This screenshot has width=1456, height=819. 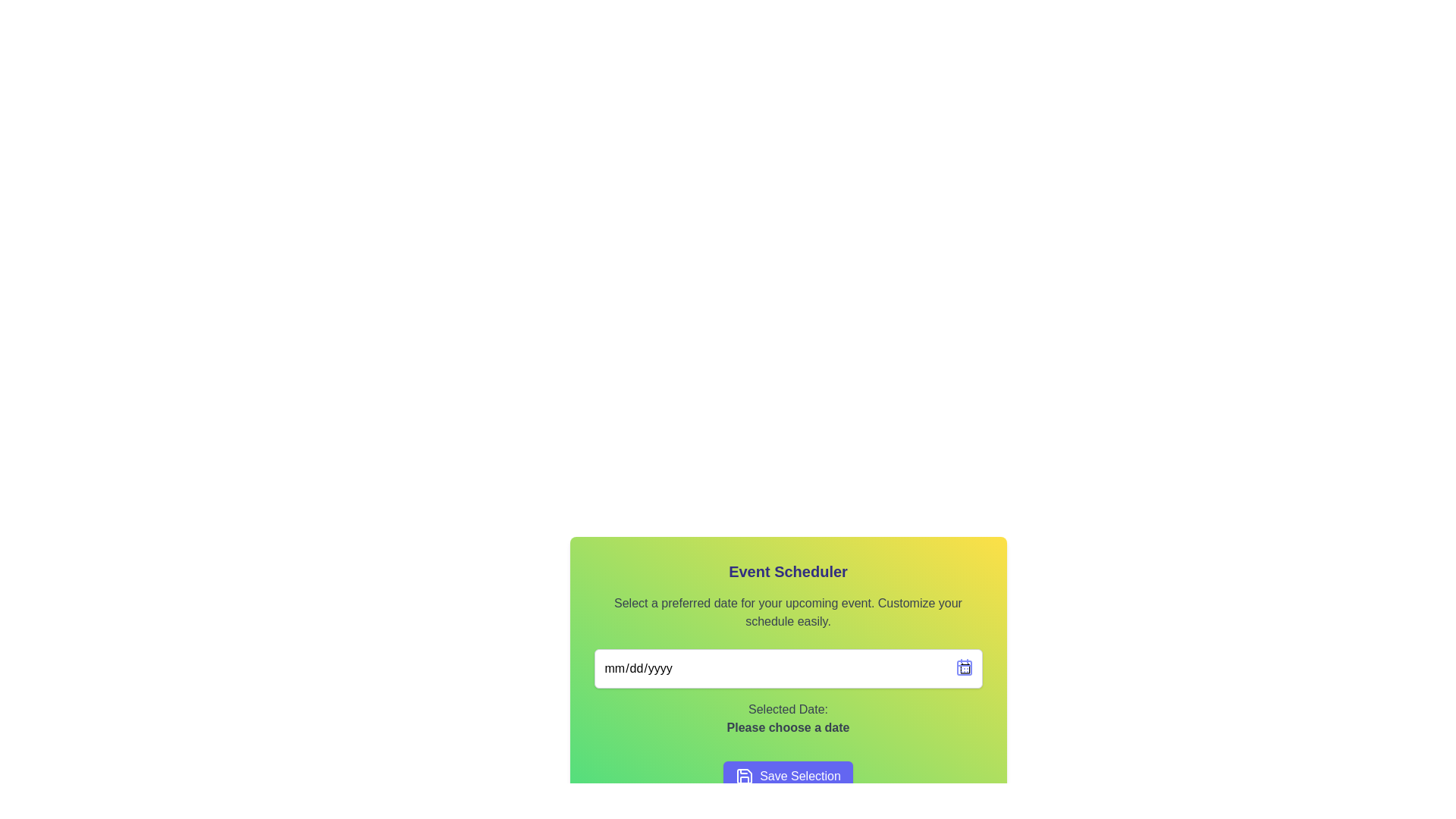 I want to click on a date in the input box within the 'Event Scheduler' Form section, which has a gradient background and contains a 'Save Selection' button, so click(x=788, y=675).